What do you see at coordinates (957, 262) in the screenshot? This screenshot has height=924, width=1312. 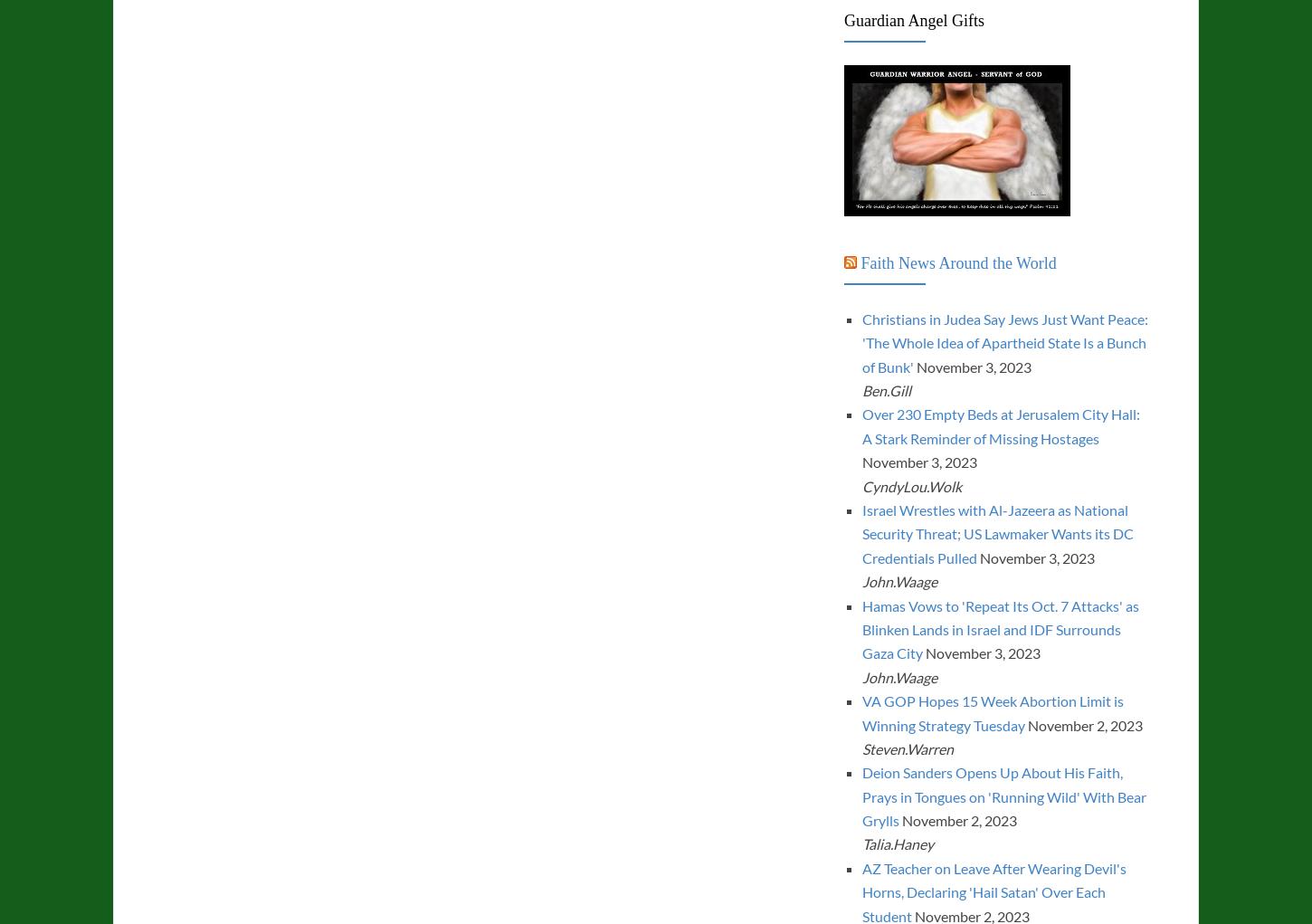 I see `'Faith News Around the World'` at bounding box center [957, 262].